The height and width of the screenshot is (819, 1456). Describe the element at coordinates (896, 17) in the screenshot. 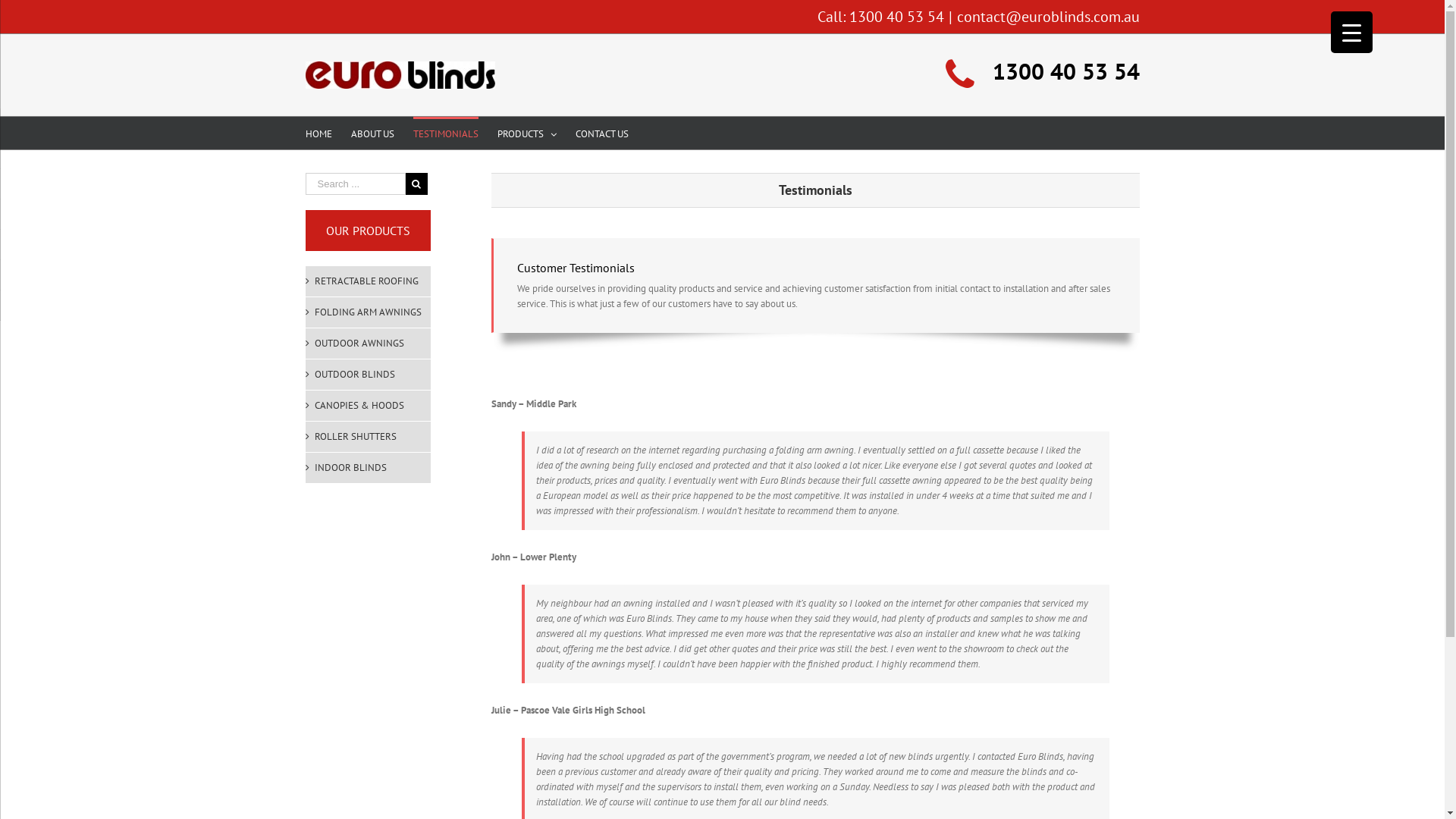

I see `'1300 40 53 54'` at that location.